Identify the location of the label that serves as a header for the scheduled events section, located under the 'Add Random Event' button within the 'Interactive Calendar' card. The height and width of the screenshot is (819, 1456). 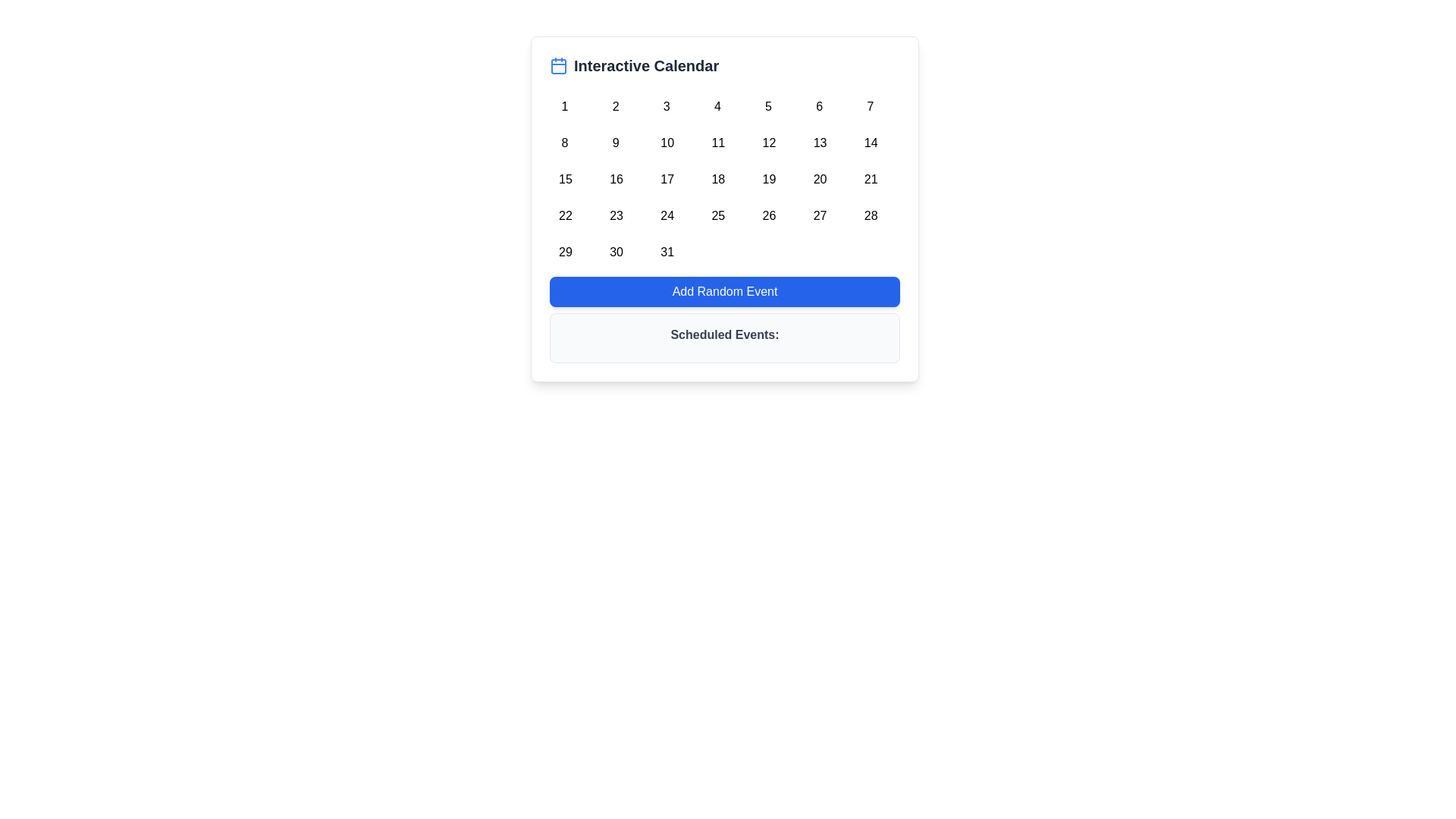
(723, 337).